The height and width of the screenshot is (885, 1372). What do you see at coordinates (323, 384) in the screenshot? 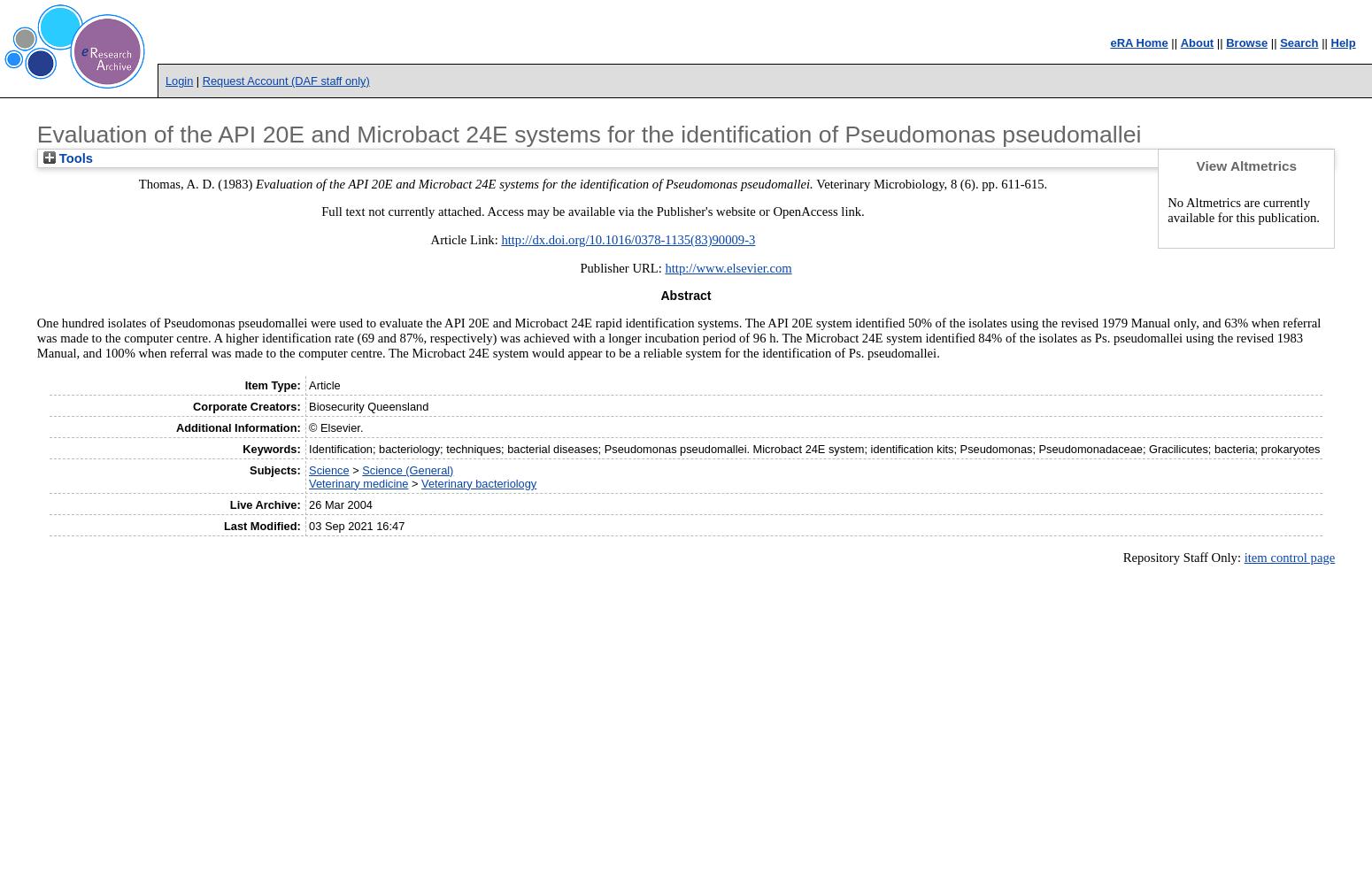
I see `'Article'` at bounding box center [323, 384].